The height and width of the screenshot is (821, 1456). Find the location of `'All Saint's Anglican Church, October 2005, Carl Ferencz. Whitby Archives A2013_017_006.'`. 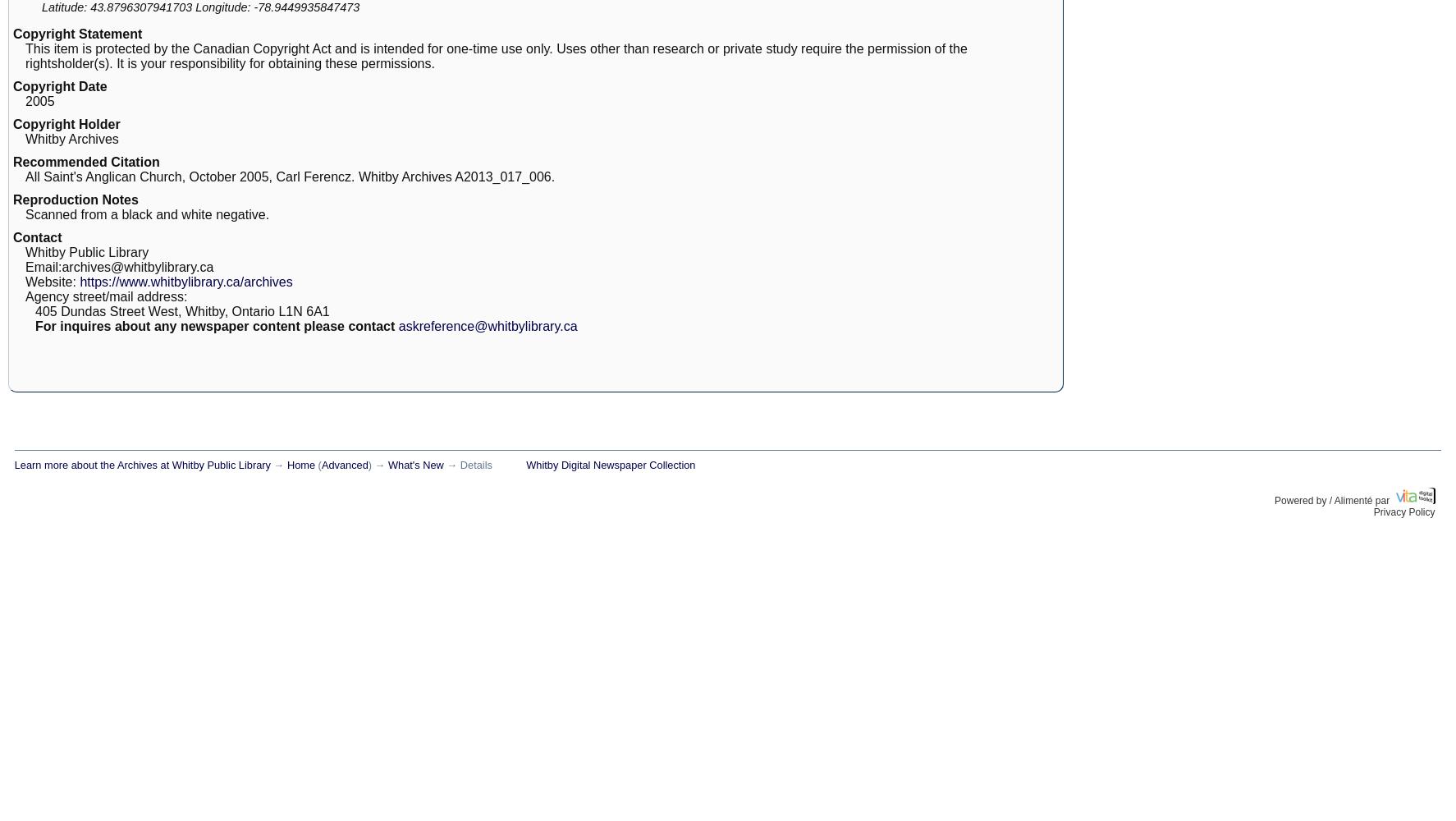

'All Saint's Anglican Church, October 2005, Carl Ferencz. Whitby Archives A2013_017_006.' is located at coordinates (290, 176).